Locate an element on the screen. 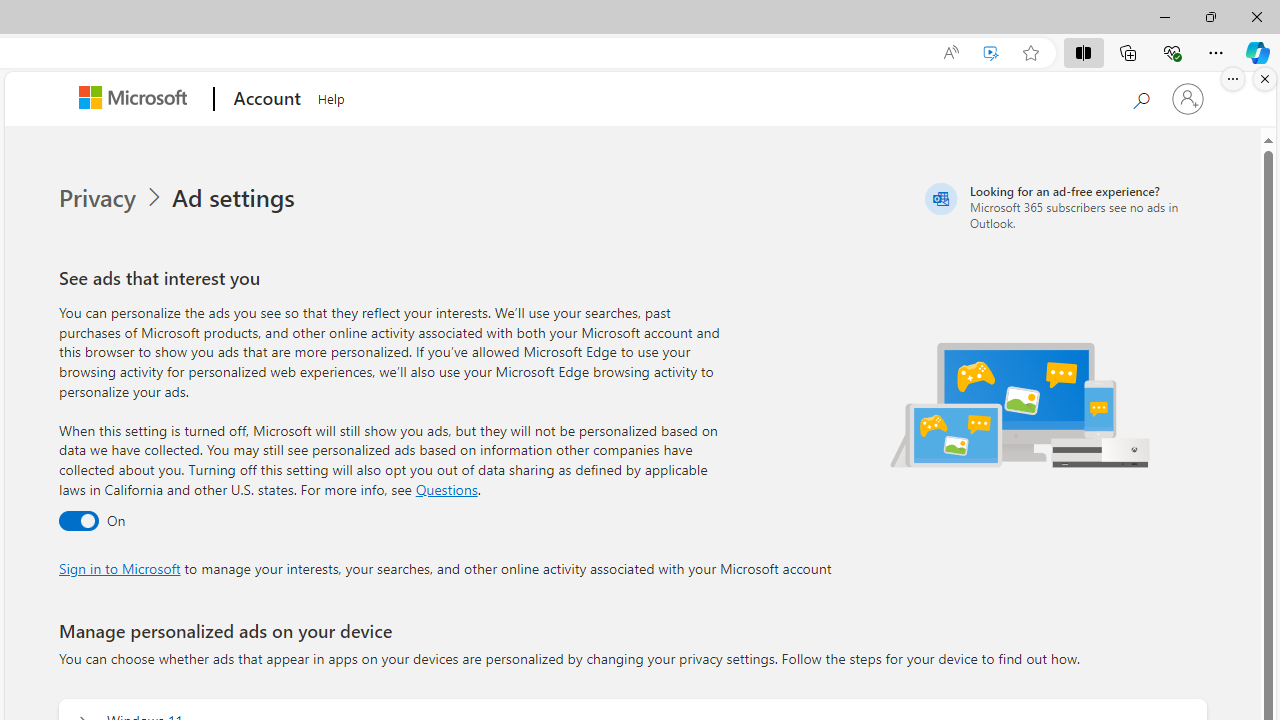  'Split screen' is located at coordinates (1082, 51).